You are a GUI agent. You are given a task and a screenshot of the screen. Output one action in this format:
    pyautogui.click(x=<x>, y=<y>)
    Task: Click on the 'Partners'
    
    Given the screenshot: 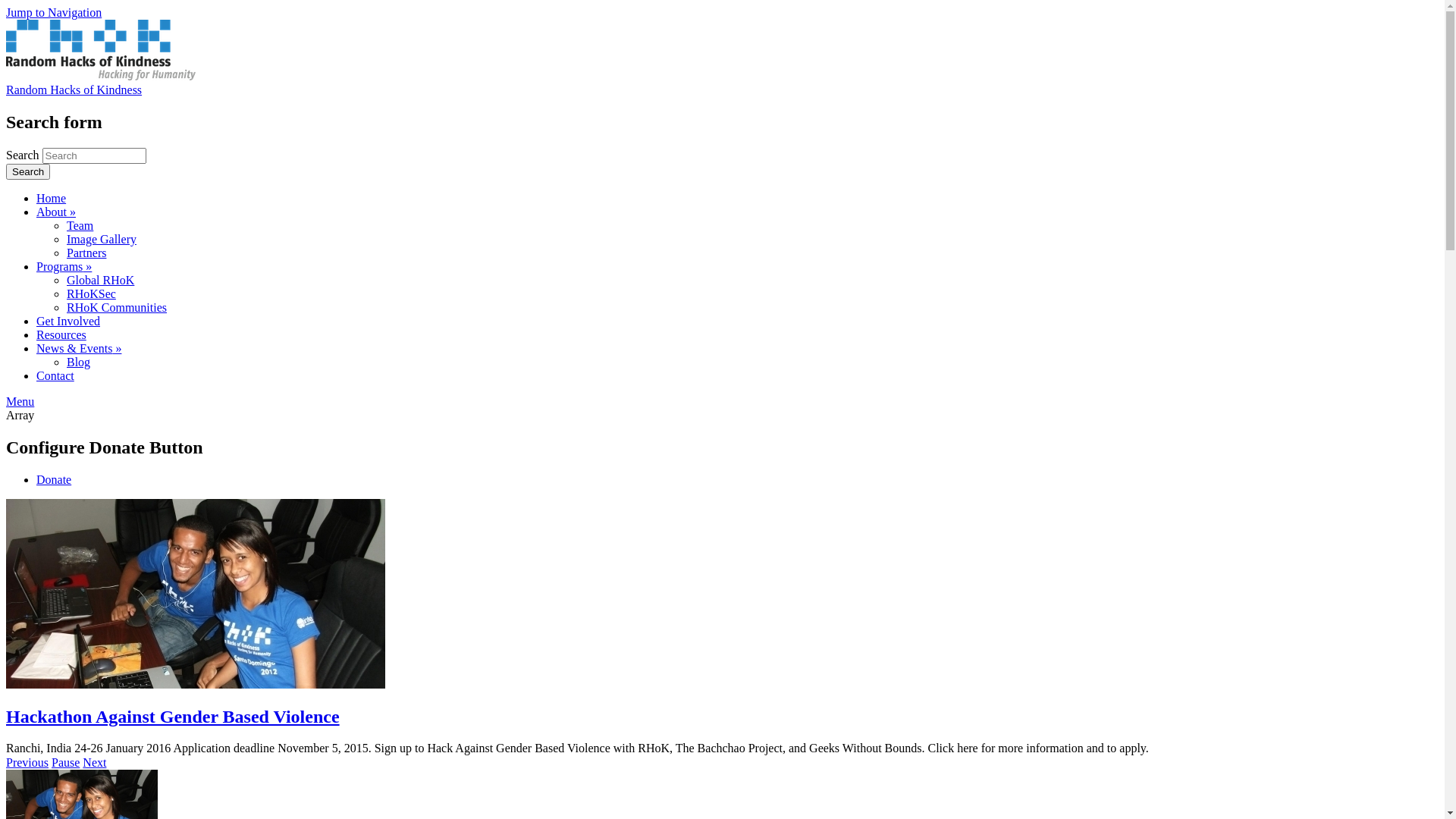 What is the action you would take?
    pyautogui.click(x=86, y=252)
    